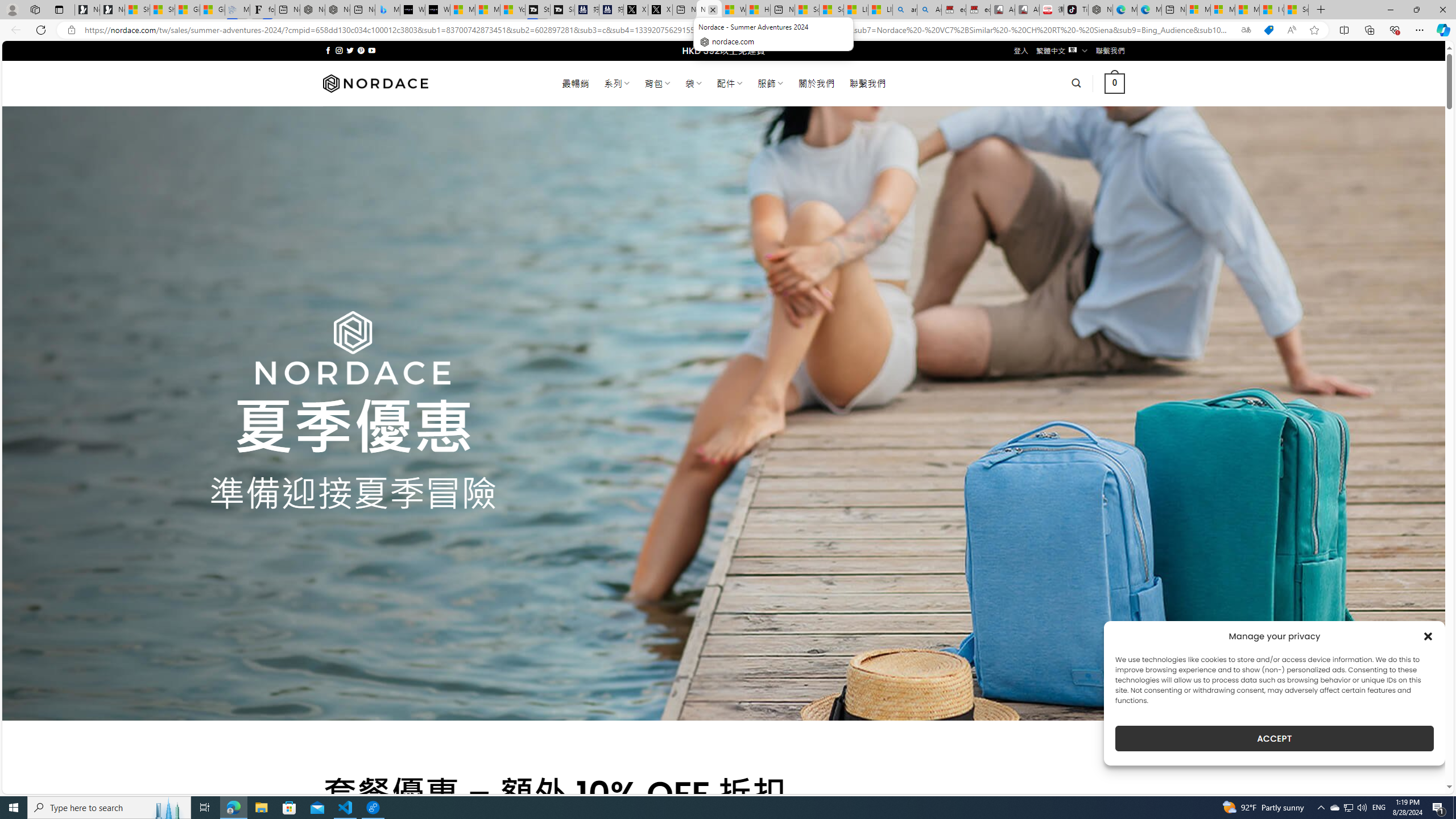 This screenshot has width=1456, height=819. Describe the element at coordinates (371, 50) in the screenshot. I see `'Follow on YouTube'` at that location.